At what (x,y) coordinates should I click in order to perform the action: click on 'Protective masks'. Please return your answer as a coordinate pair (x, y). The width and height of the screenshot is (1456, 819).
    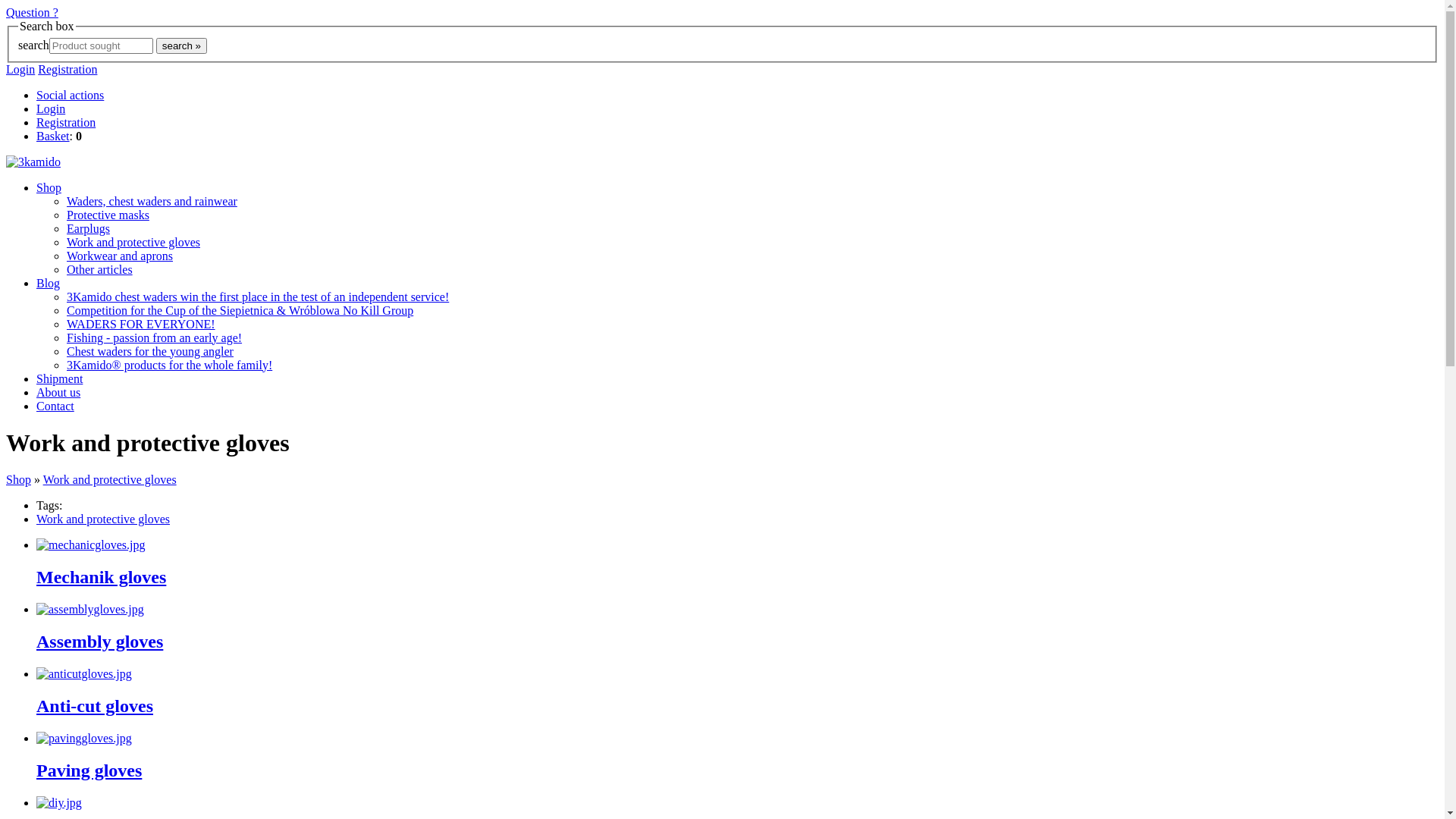
    Looking at the image, I should click on (107, 215).